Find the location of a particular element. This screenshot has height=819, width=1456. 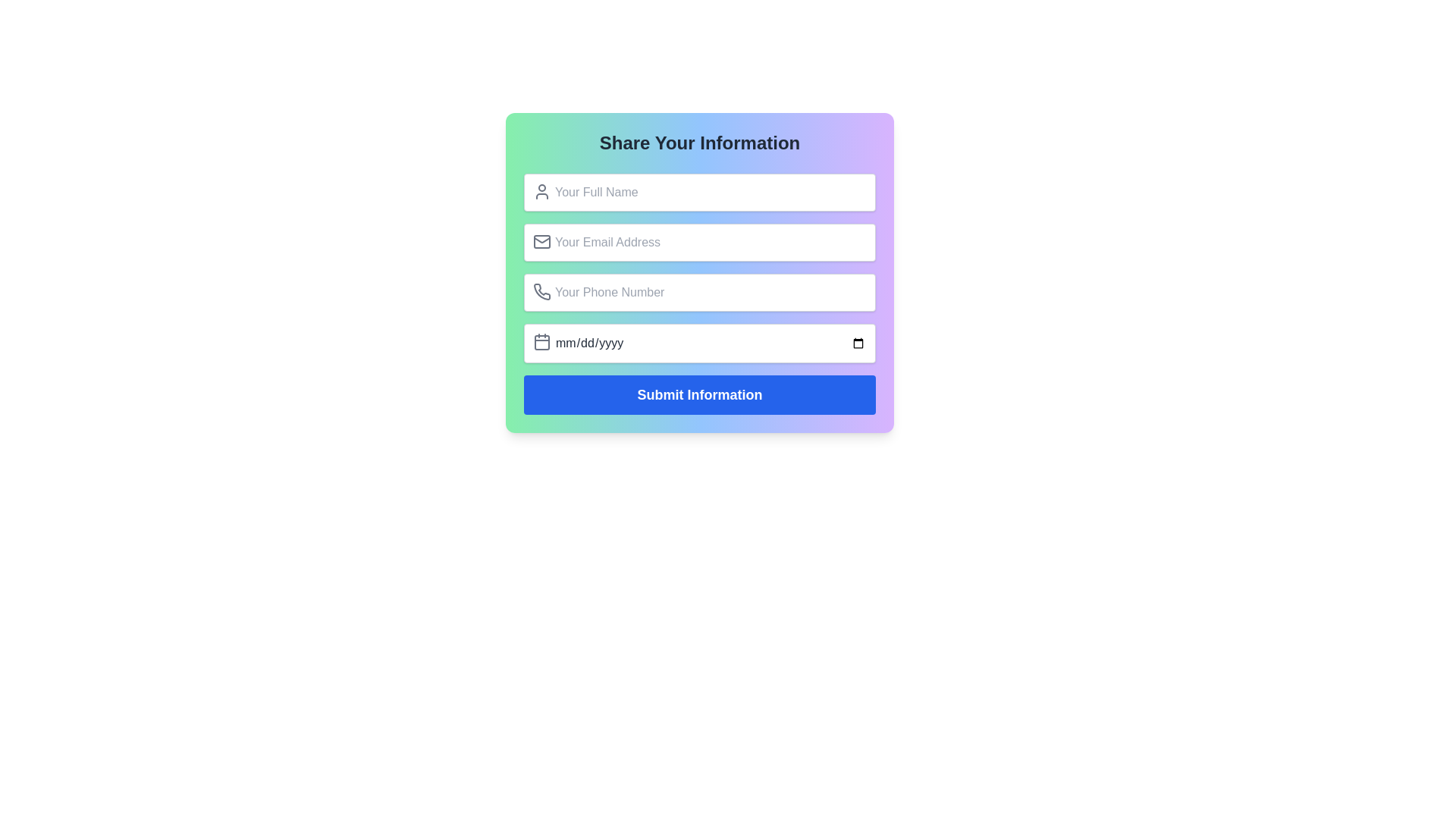

the icon inside the SVG element that suggests the purpose of the 'Your Phone Number' input field is located at coordinates (542, 291).